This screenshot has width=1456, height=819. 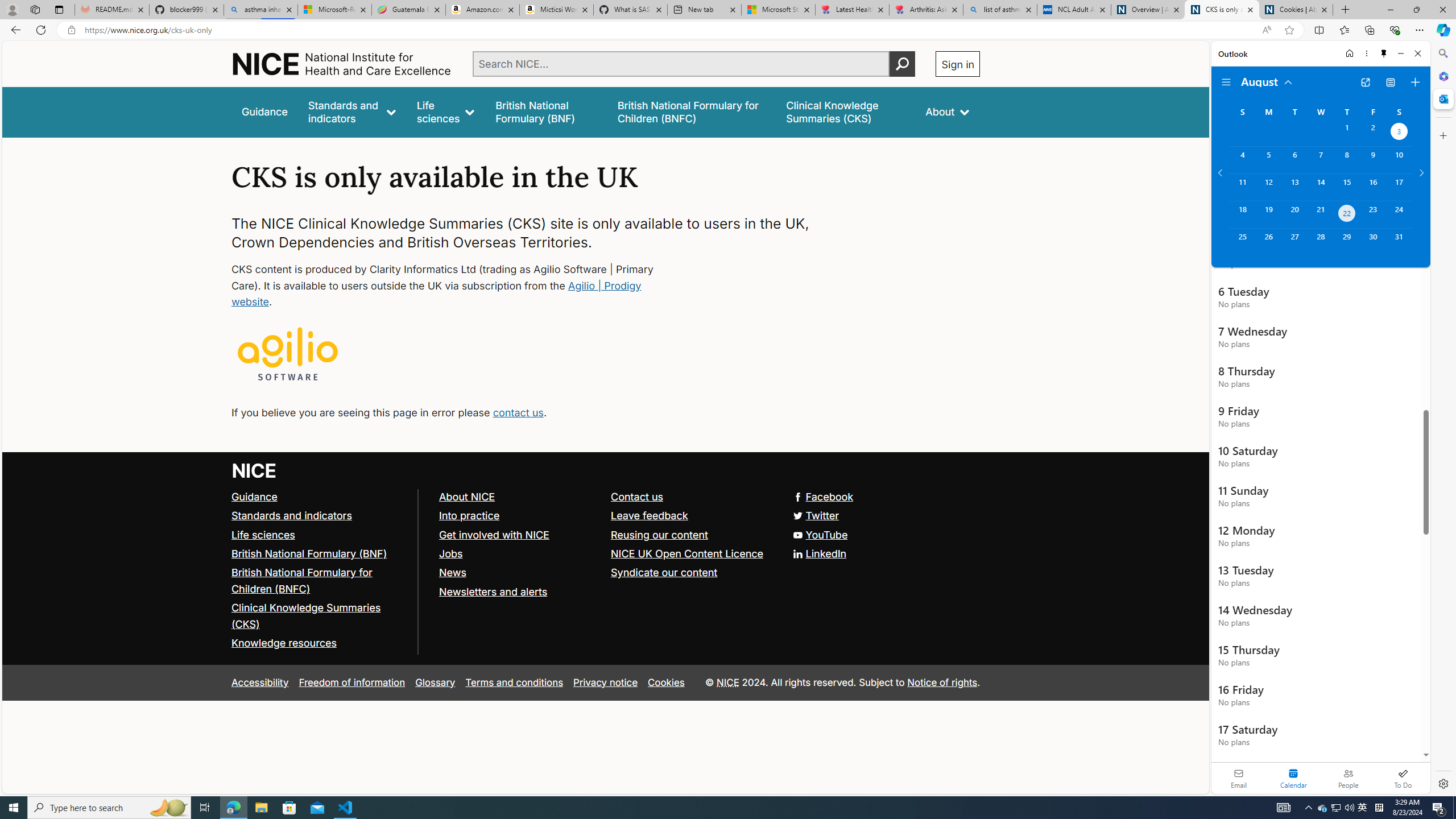 What do you see at coordinates (665, 682) in the screenshot?
I see `'Cookies'` at bounding box center [665, 682].